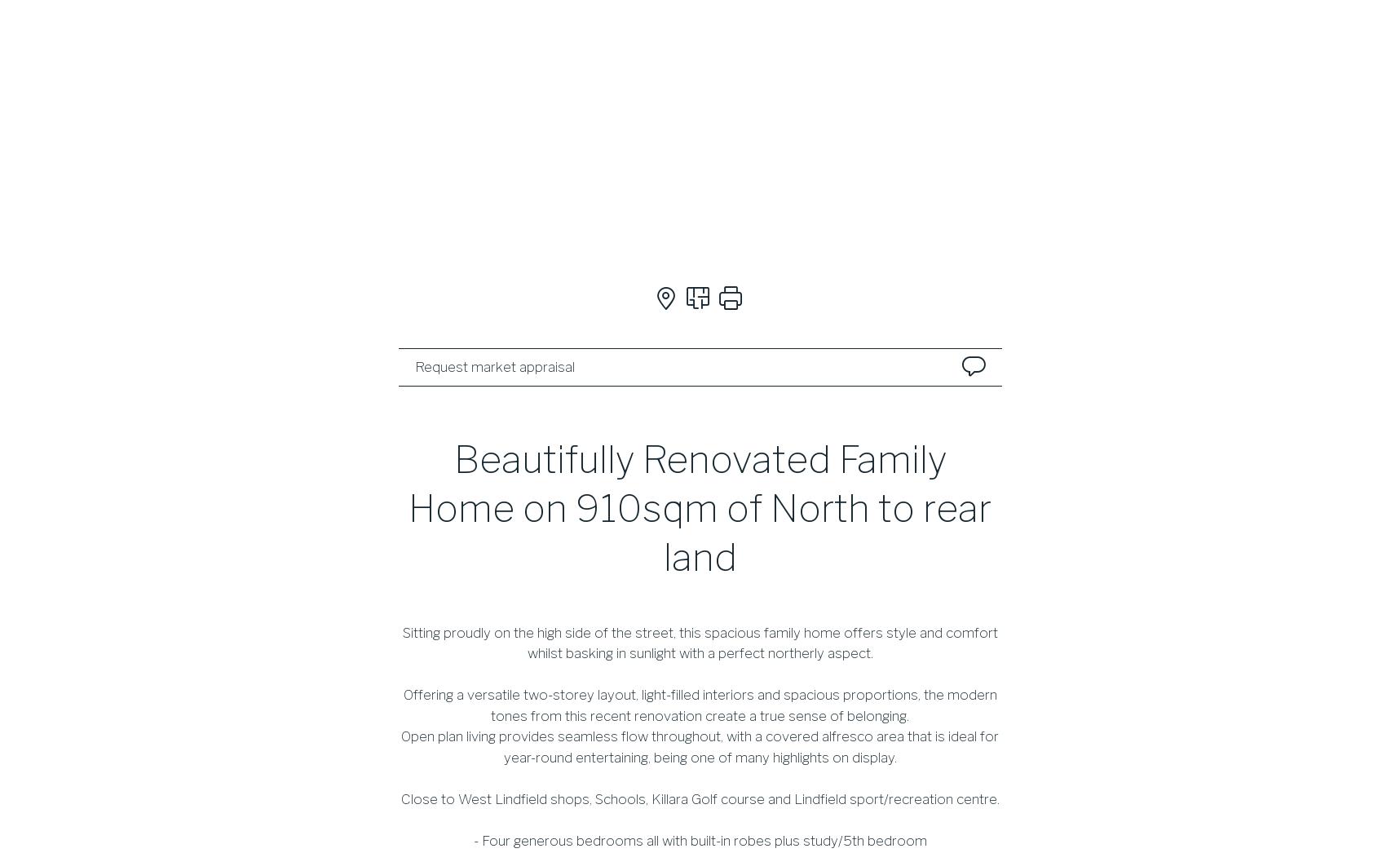 The width and height of the screenshot is (1400, 853). I want to click on 'Connect your utilities', so click(696, 581).